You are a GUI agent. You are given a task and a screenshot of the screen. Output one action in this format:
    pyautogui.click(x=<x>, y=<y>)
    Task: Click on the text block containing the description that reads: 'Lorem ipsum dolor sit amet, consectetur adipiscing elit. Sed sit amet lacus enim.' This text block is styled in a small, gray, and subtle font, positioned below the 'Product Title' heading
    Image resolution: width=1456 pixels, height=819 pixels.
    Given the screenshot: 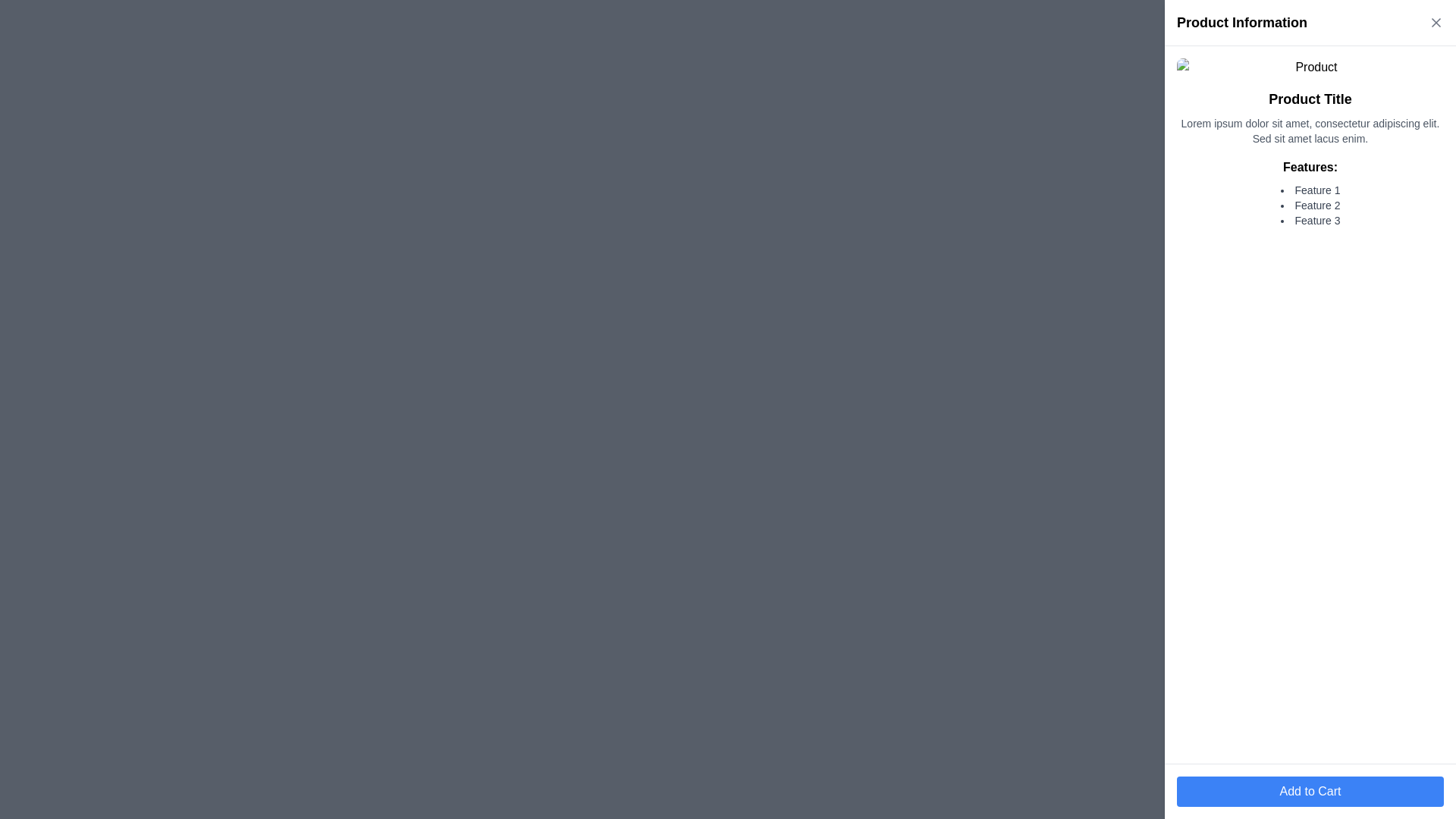 What is the action you would take?
    pyautogui.click(x=1310, y=130)
    